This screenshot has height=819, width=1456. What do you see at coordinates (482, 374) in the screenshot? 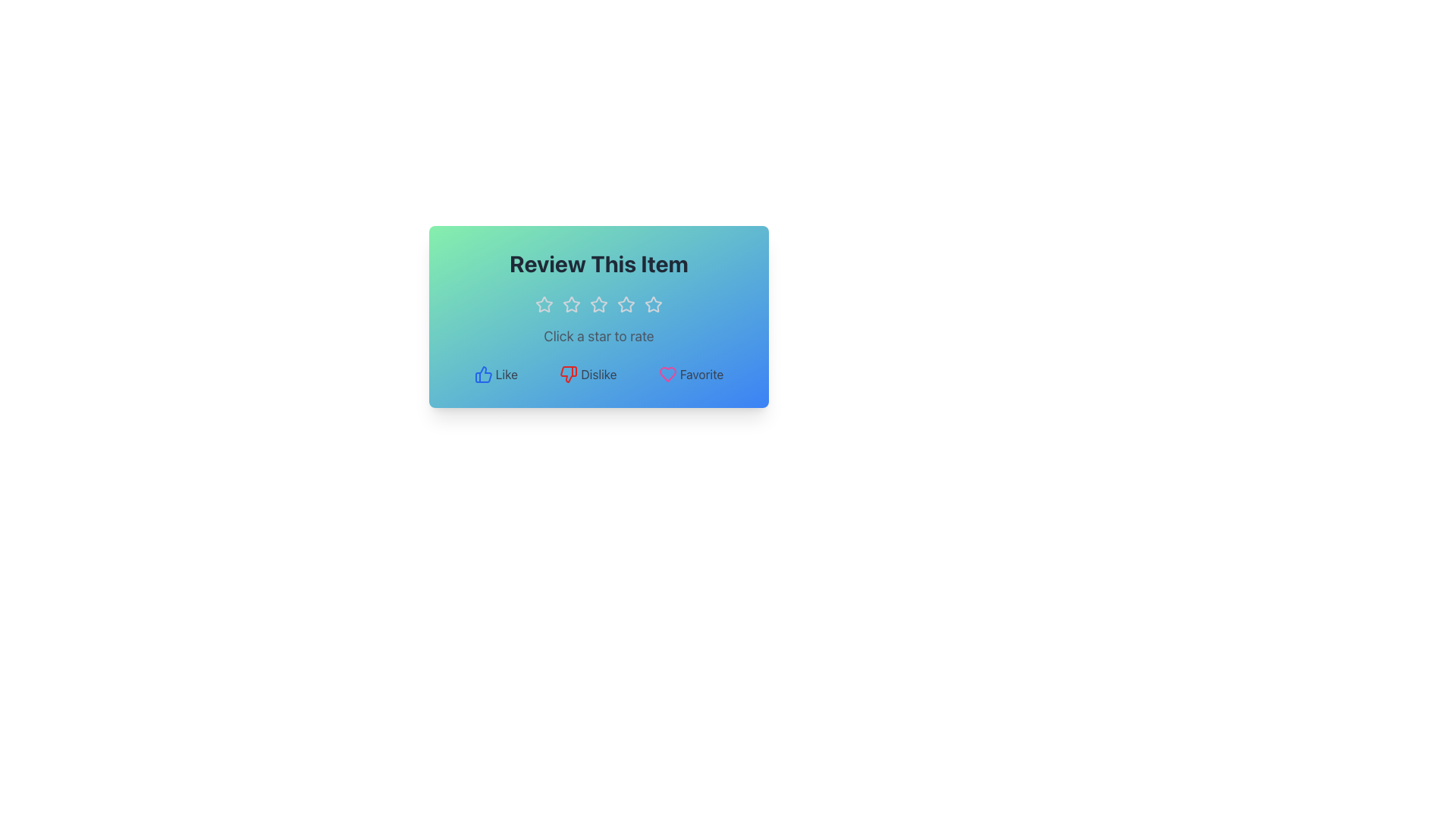
I see `the blue outlined thumbs-up icon next to the 'Like' label` at bounding box center [482, 374].